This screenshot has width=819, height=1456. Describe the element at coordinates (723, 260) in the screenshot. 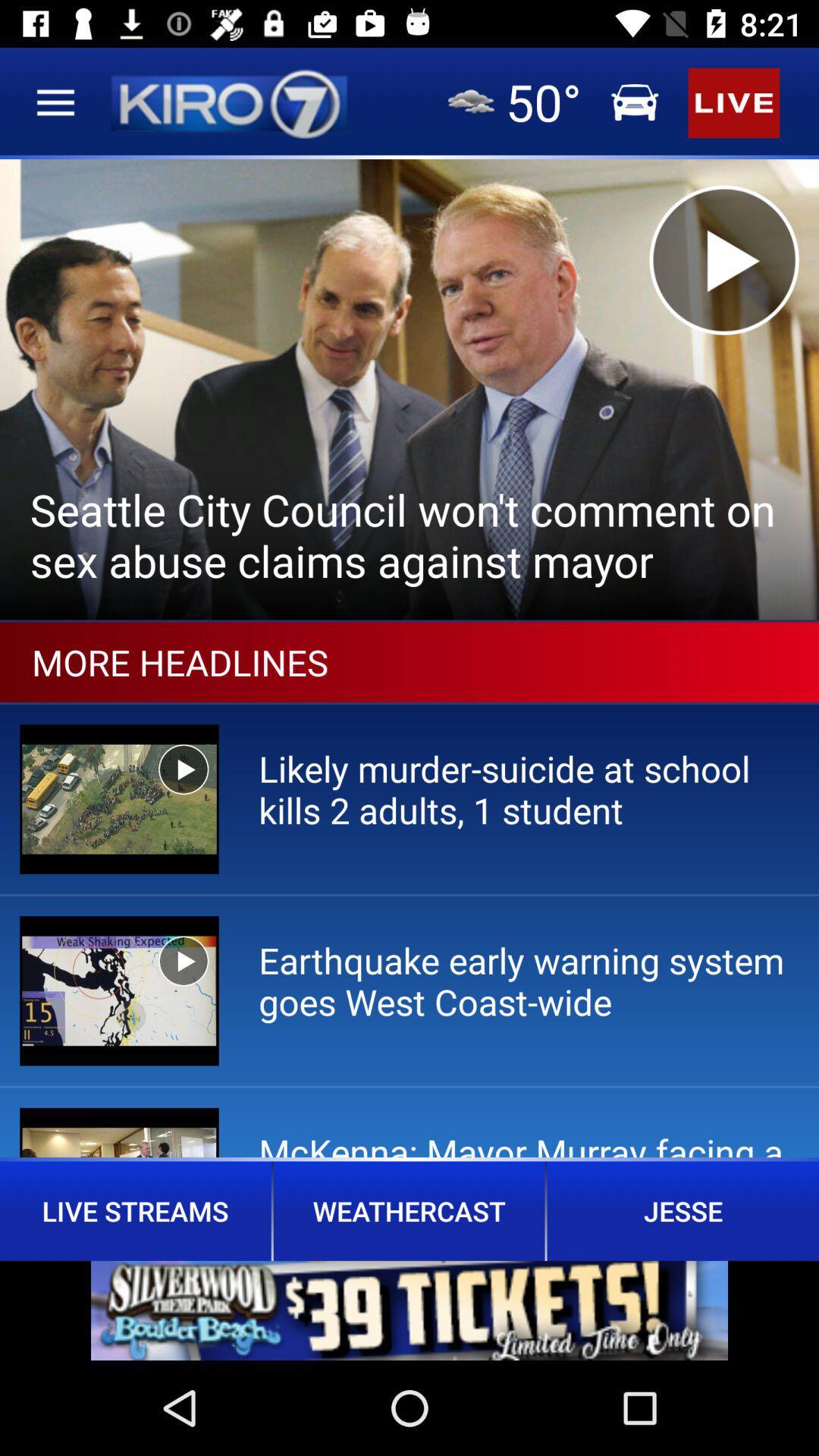

I see `the play icon which is below the live` at that location.